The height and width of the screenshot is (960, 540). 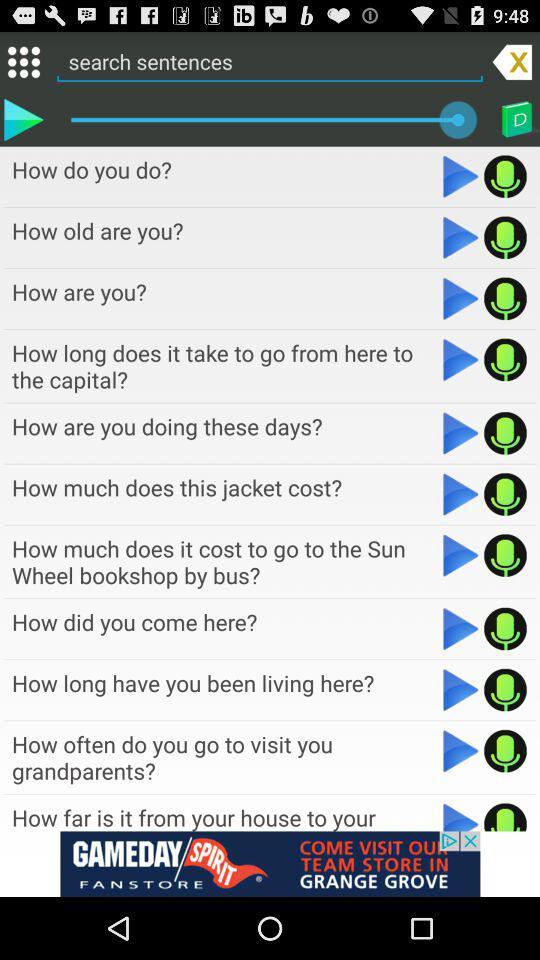 What do you see at coordinates (504, 816) in the screenshot?
I see `this audio` at bounding box center [504, 816].